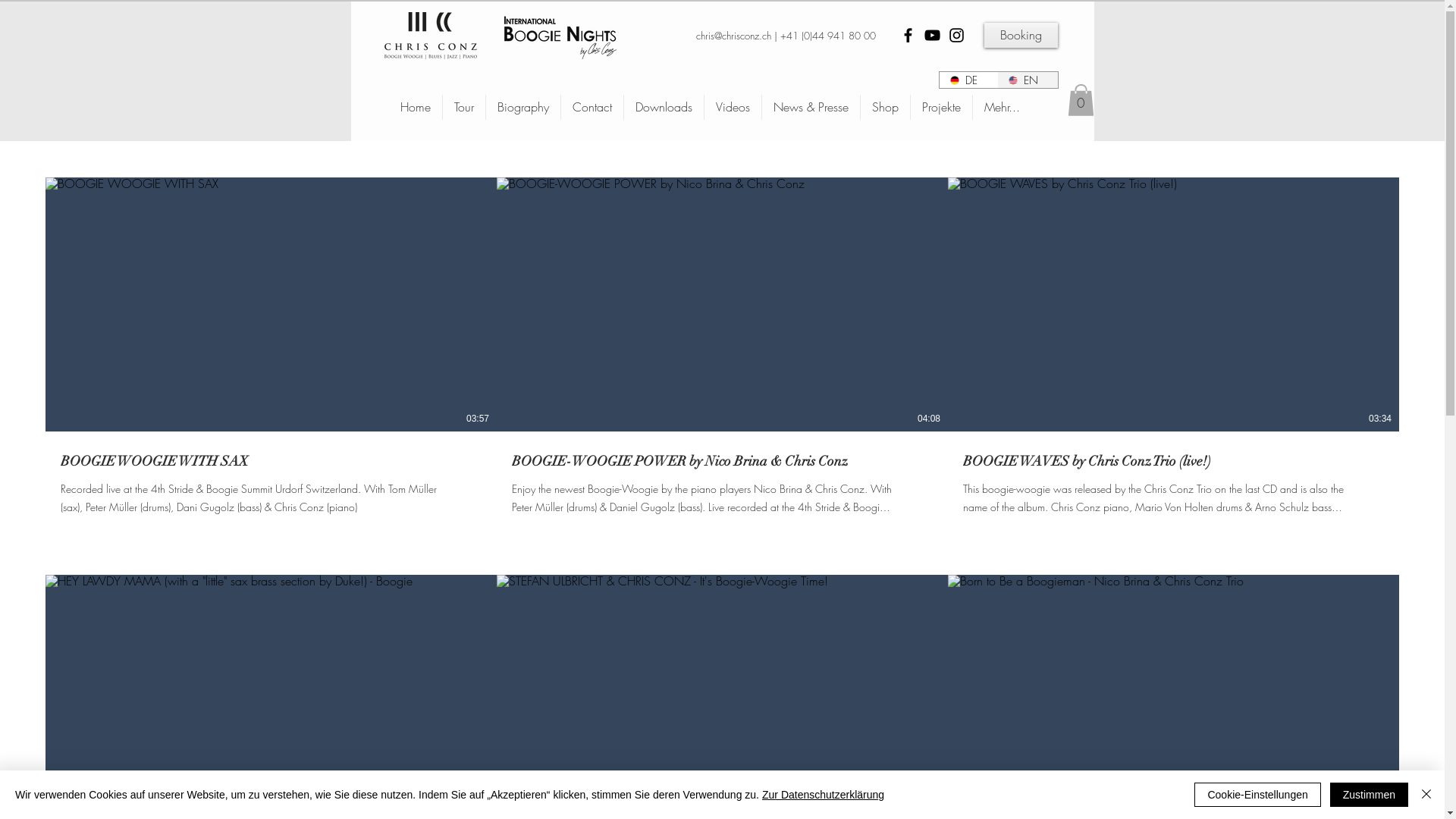  Describe the element at coordinates (826, 34) in the screenshot. I see `'+41 (0)44 941 80 00'` at that location.